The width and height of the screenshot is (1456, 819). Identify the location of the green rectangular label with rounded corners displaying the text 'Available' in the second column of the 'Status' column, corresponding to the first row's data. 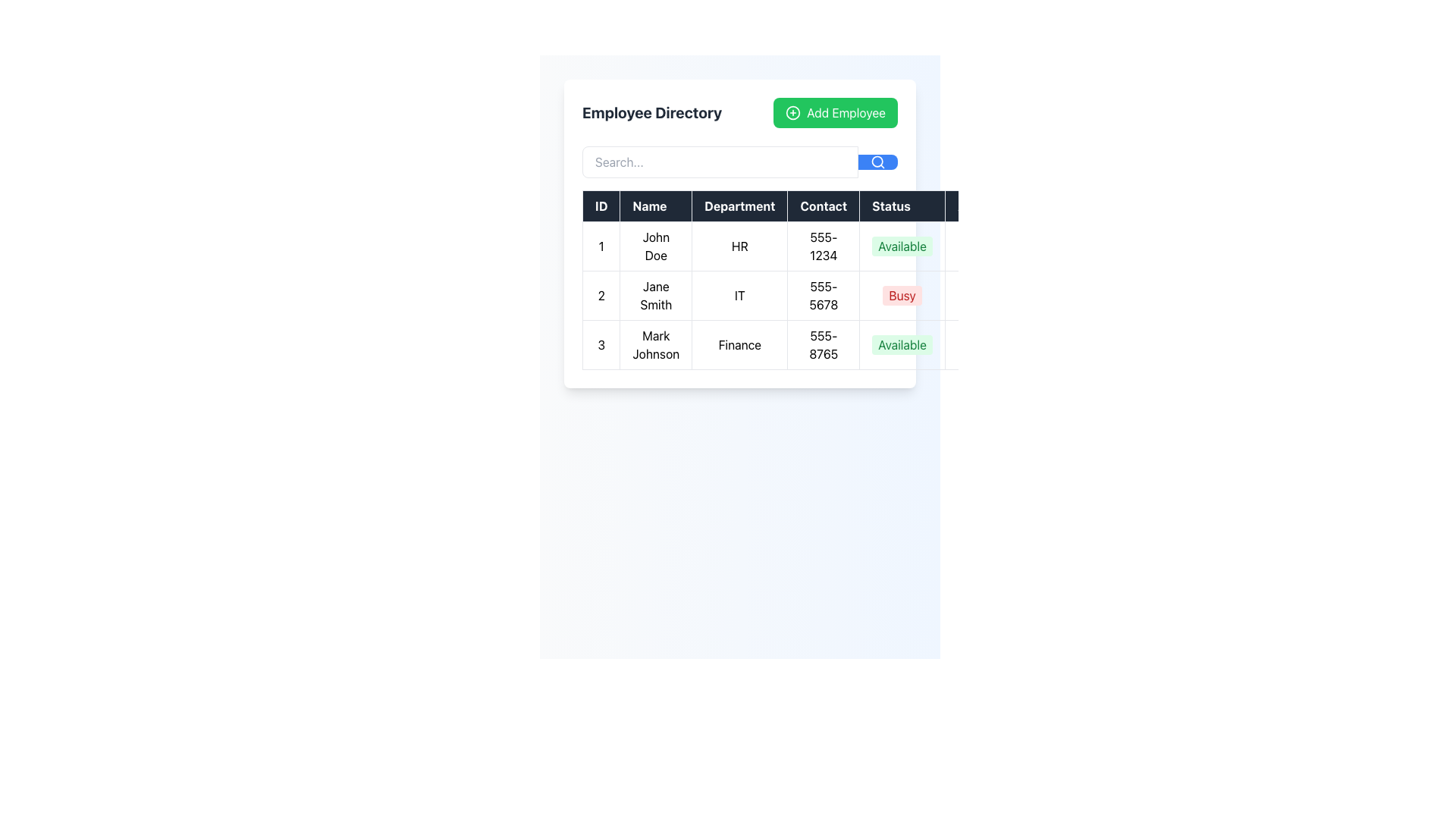
(902, 245).